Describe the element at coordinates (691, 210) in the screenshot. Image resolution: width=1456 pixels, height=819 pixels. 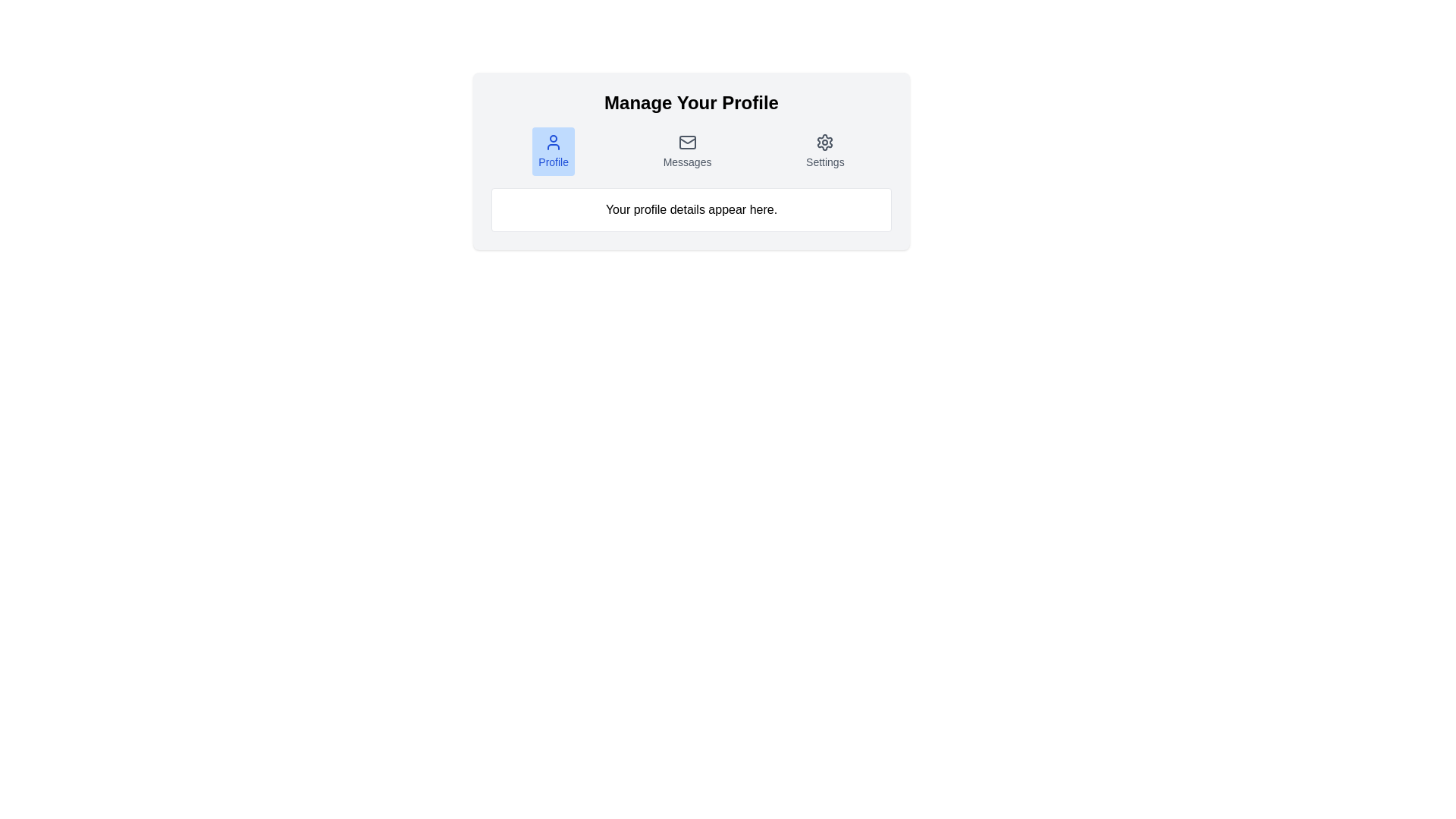
I see `the informational text displaying 'Your profile details appear here.' which is positioned within a rounded, bordered white box beneath the title 'Manage Your Profile'` at that location.